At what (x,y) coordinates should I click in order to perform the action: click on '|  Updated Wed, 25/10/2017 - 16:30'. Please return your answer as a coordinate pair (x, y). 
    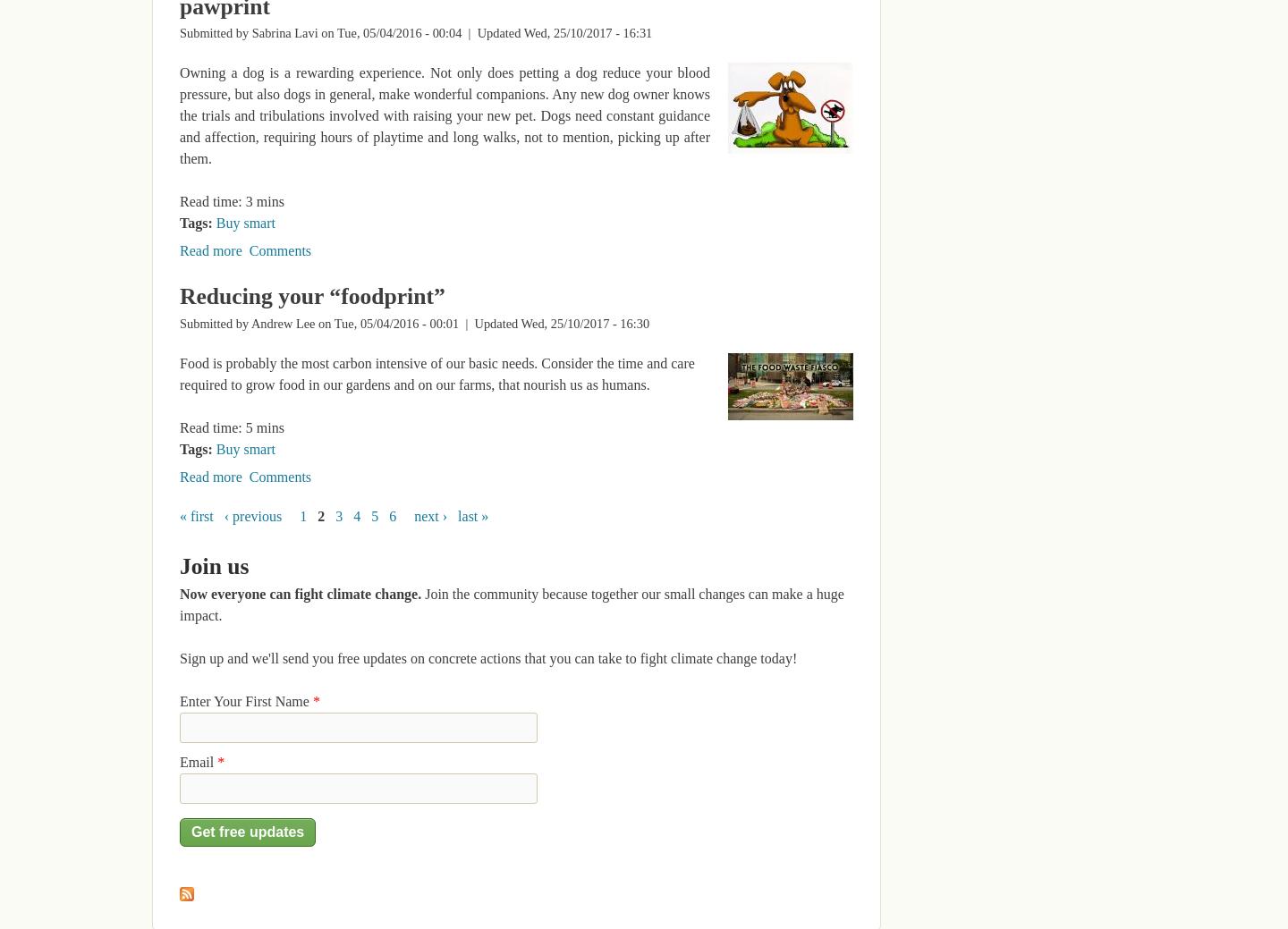
    Looking at the image, I should click on (553, 321).